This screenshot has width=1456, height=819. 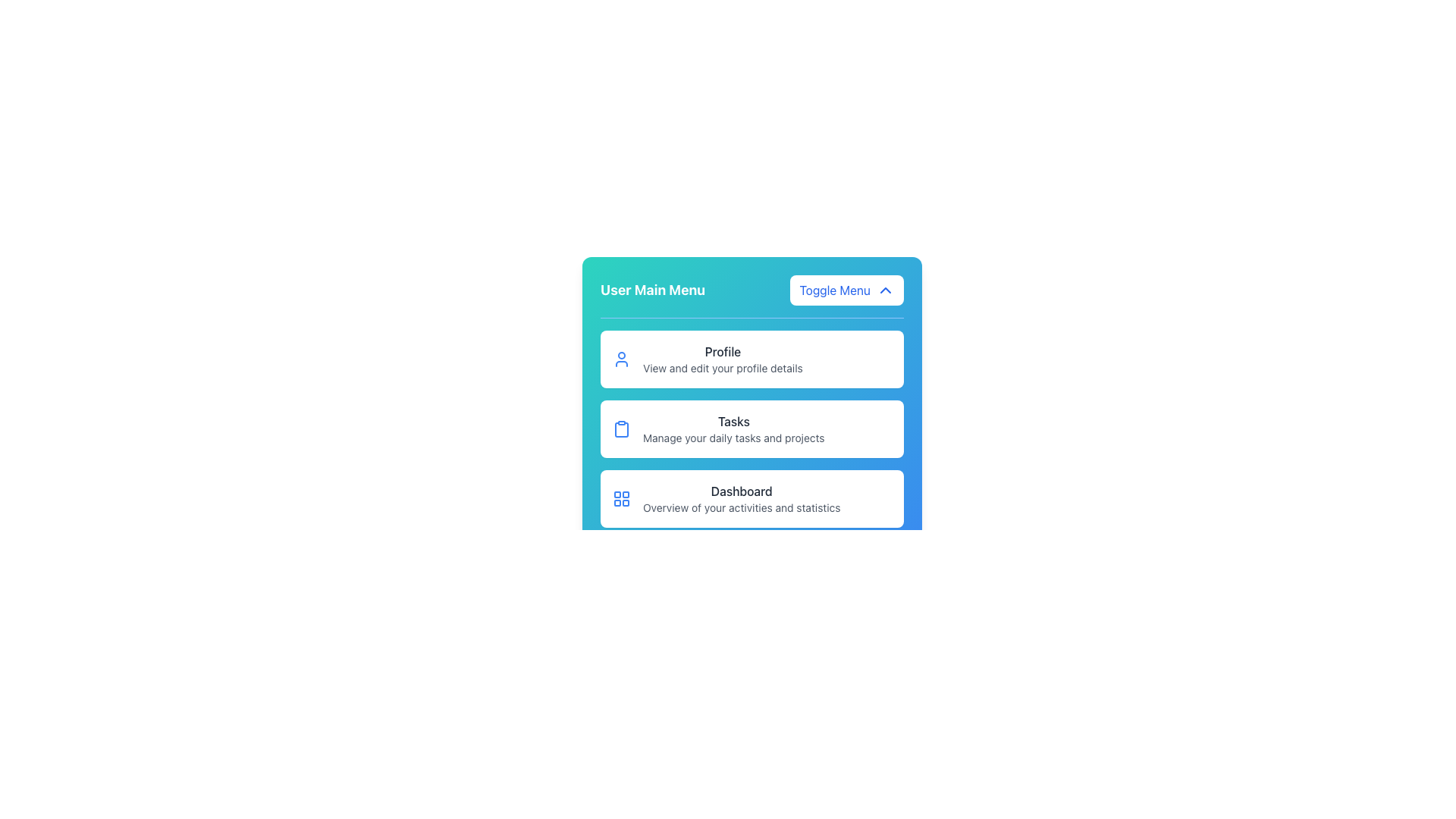 What do you see at coordinates (752, 435) in the screenshot?
I see `the Vertical Menu` at bounding box center [752, 435].